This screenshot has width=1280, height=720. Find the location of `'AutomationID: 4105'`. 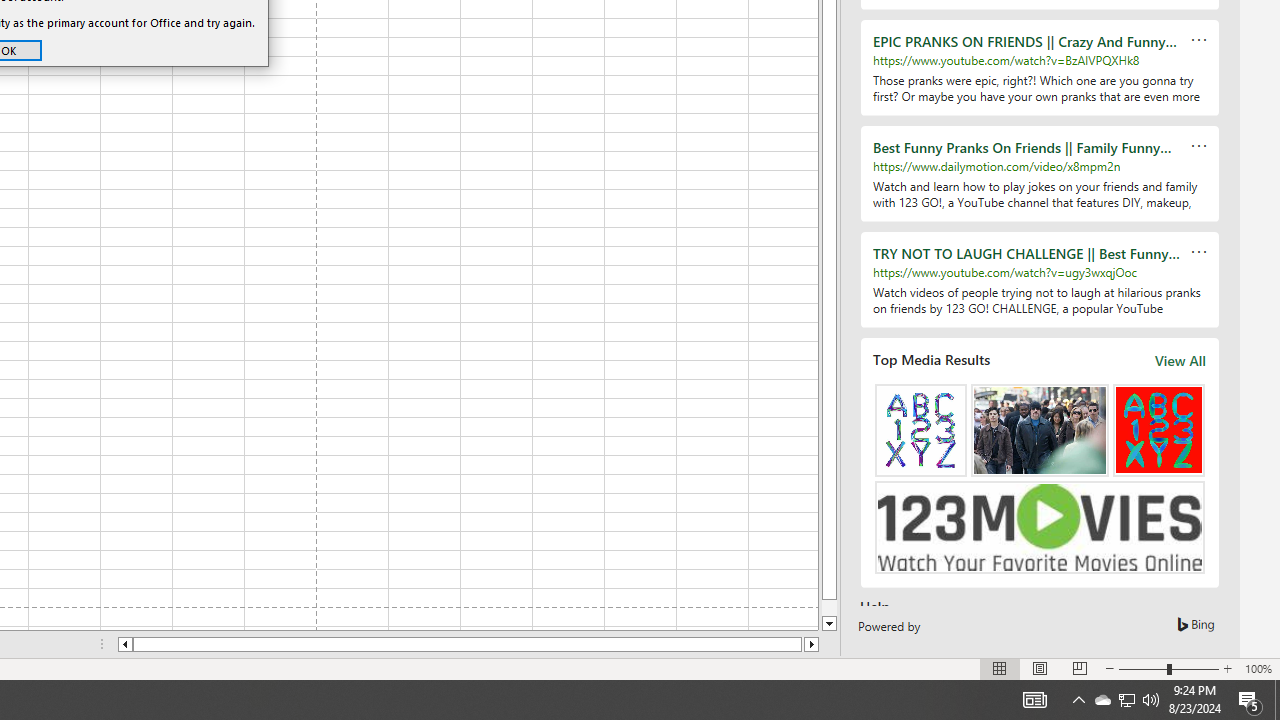

'AutomationID: 4105' is located at coordinates (1034, 698).